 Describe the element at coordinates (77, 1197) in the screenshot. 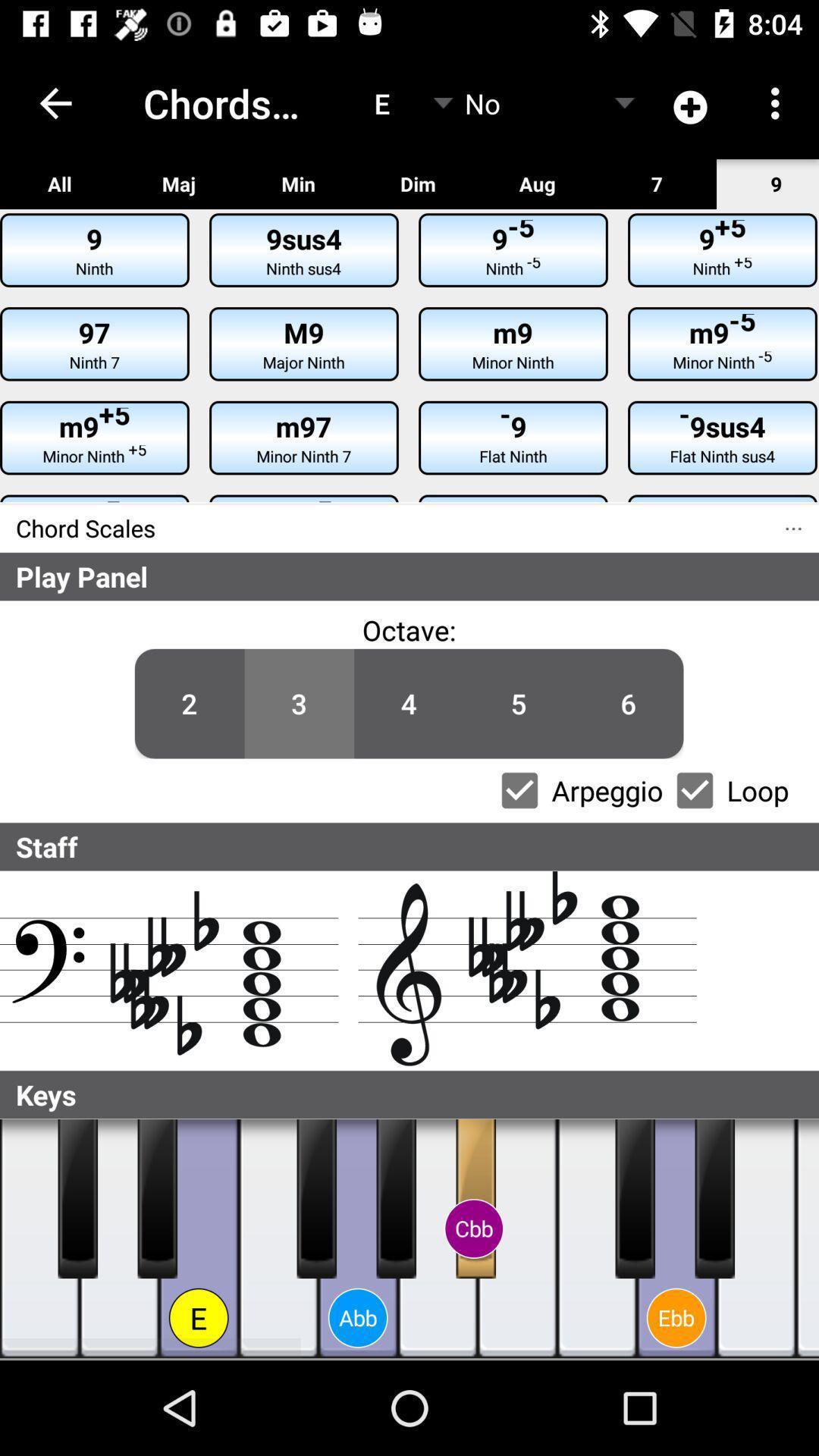

I see `plays the selected key` at that location.